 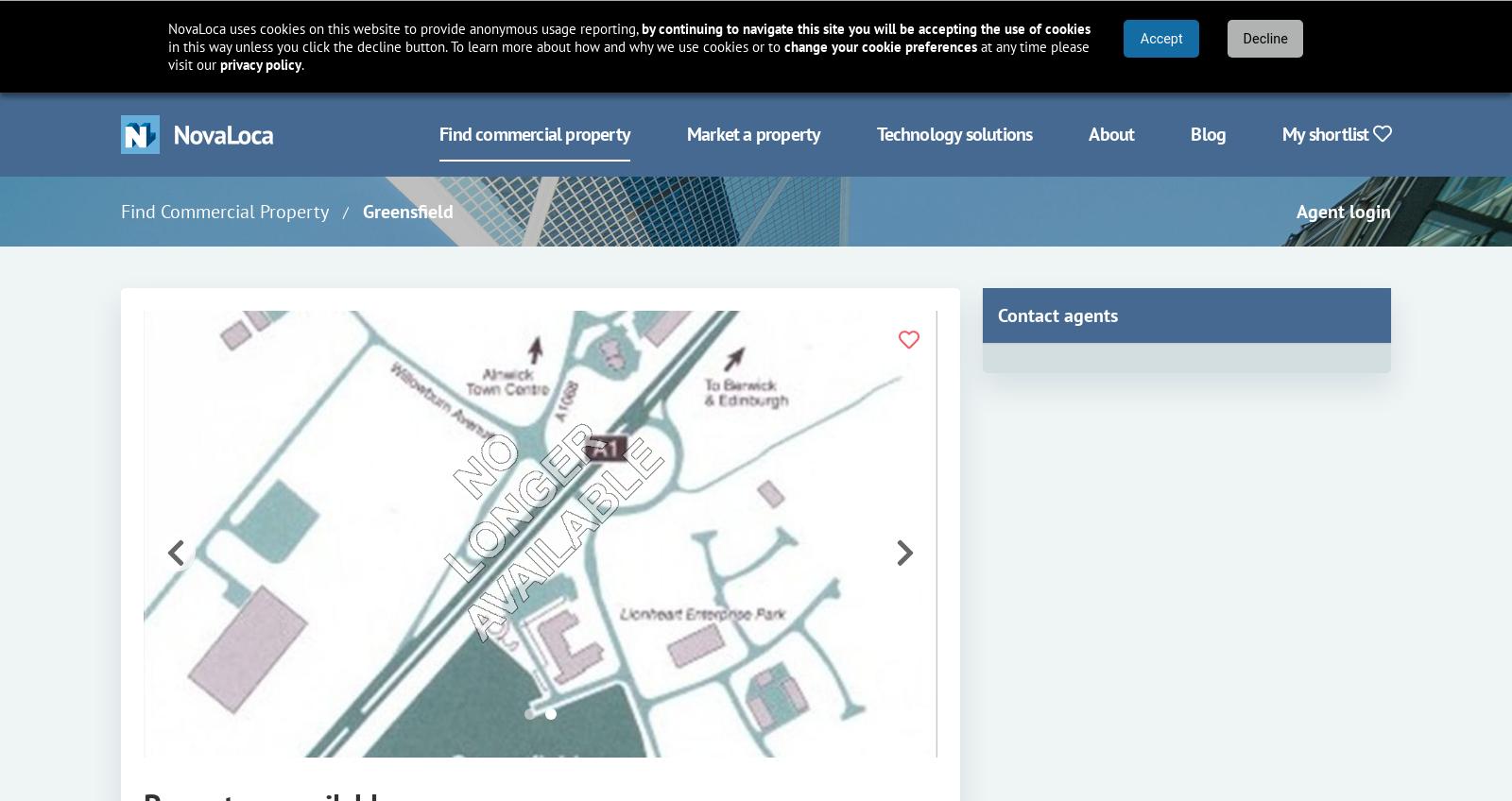 I want to click on 'by continuing to navigate this site you will be accepting the use of cookies', so click(x=865, y=27).